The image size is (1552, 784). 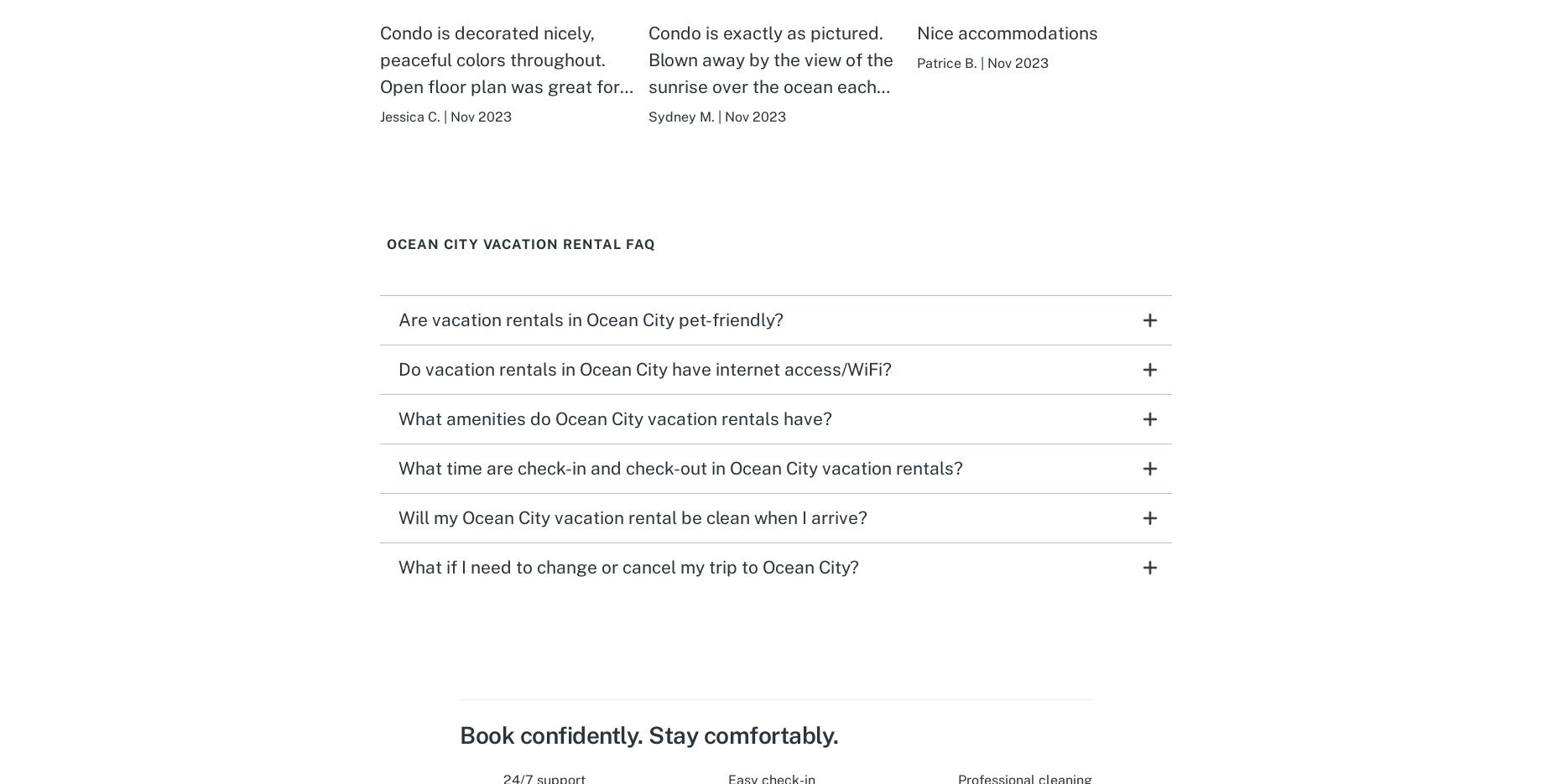 I want to click on 'Patrice B.', so click(x=945, y=62).